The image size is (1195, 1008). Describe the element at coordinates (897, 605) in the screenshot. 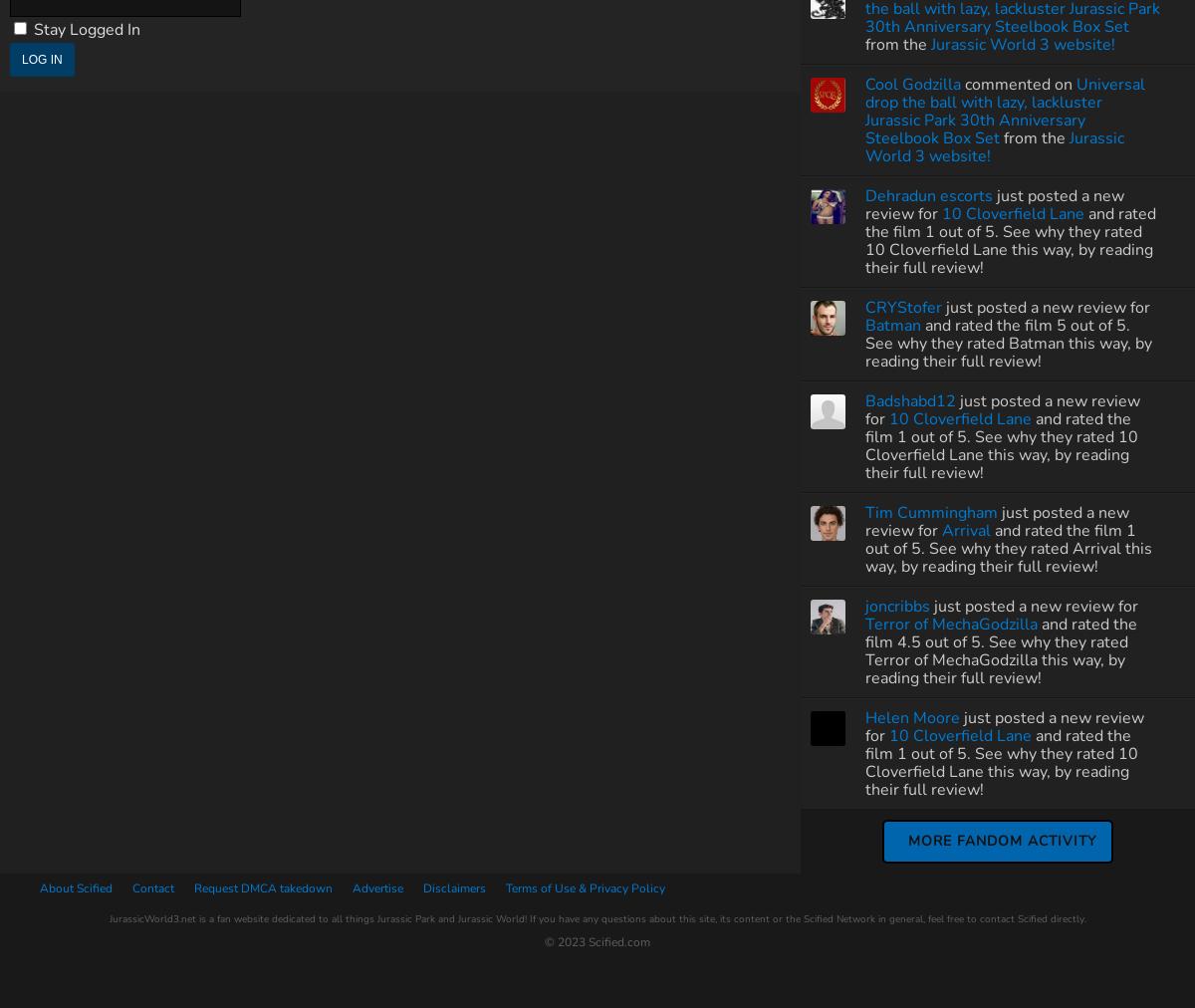

I see `'joncribbs'` at that location.